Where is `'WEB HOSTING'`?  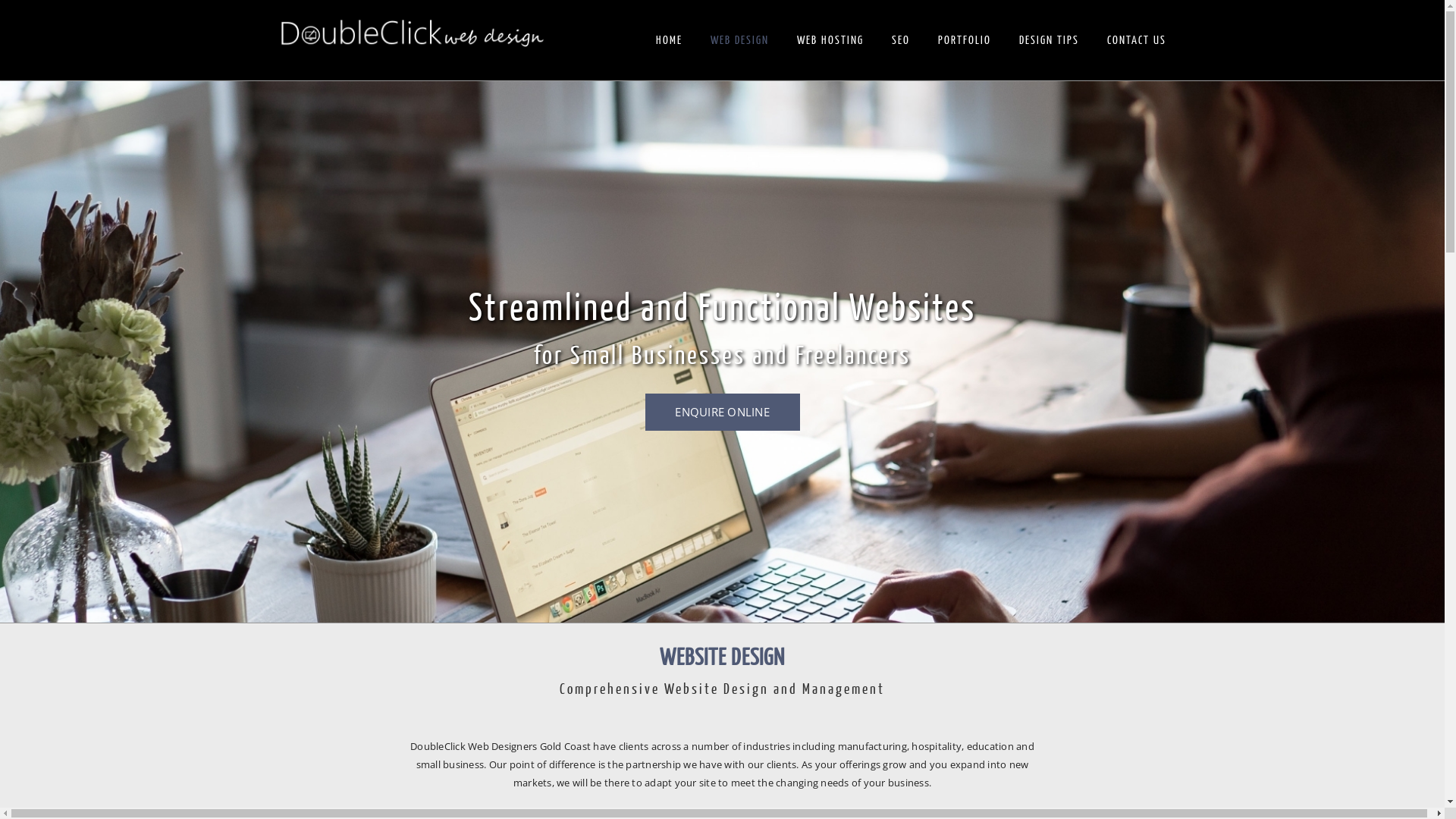
'WEB HOSTING' is located at coordinates (829, 40).